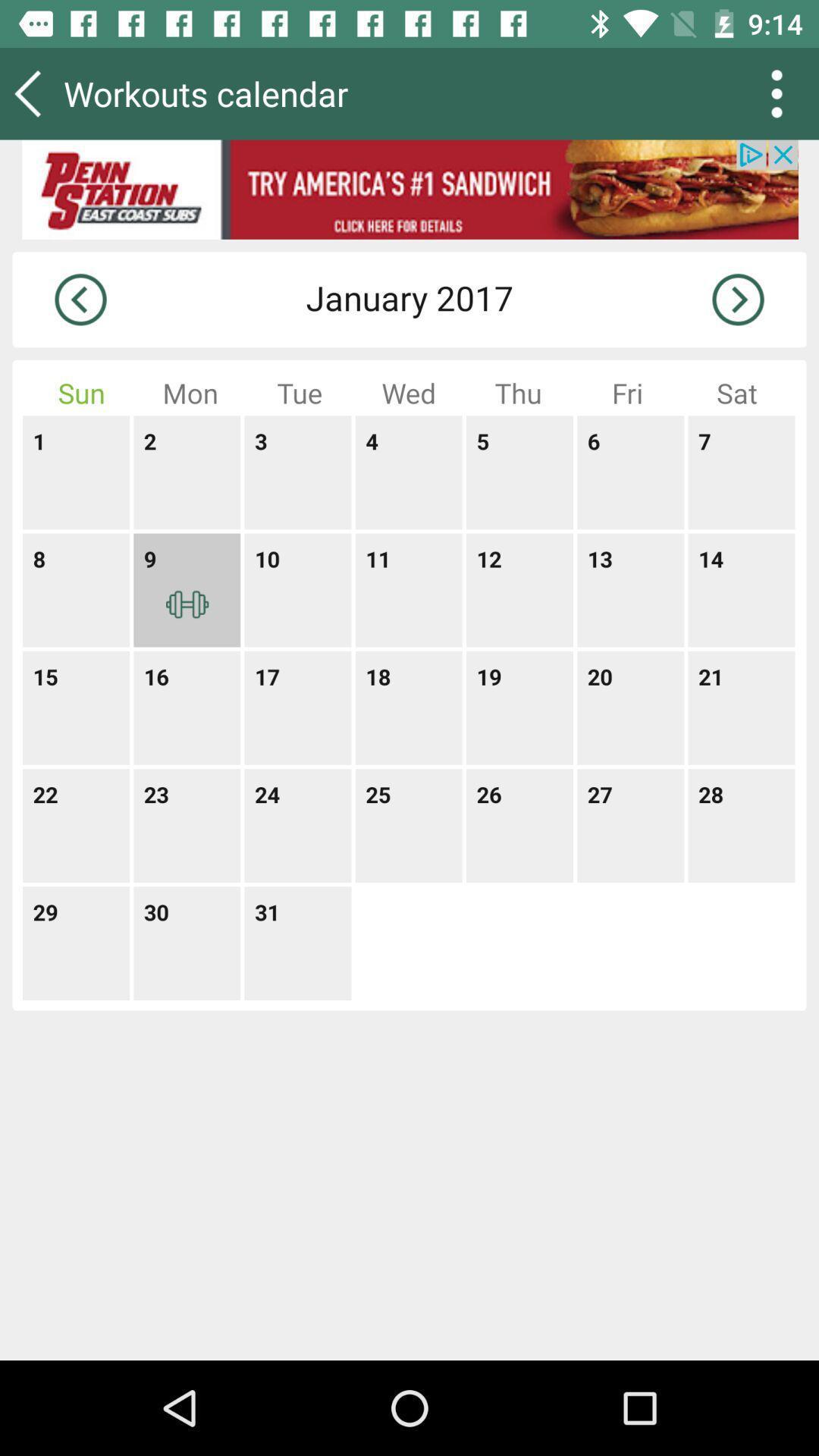 This screenshot has height=1456, width=819. Describe the element at coordinates (782, 93) in the screenshot. I see `the more icon` at that location.